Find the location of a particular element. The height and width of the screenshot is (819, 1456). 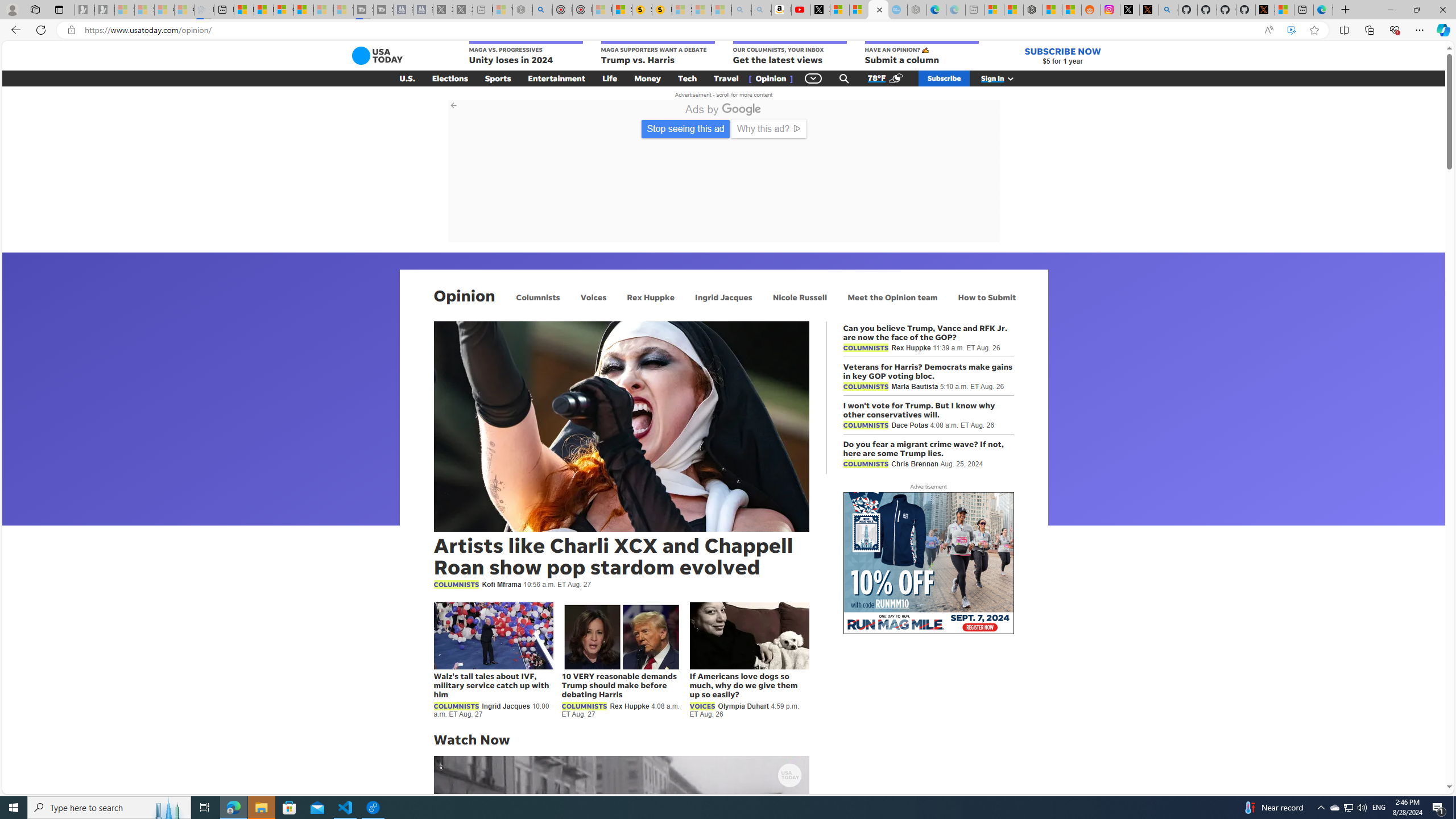

'Meet the Opinion team' is located at coordinates (892, 296).